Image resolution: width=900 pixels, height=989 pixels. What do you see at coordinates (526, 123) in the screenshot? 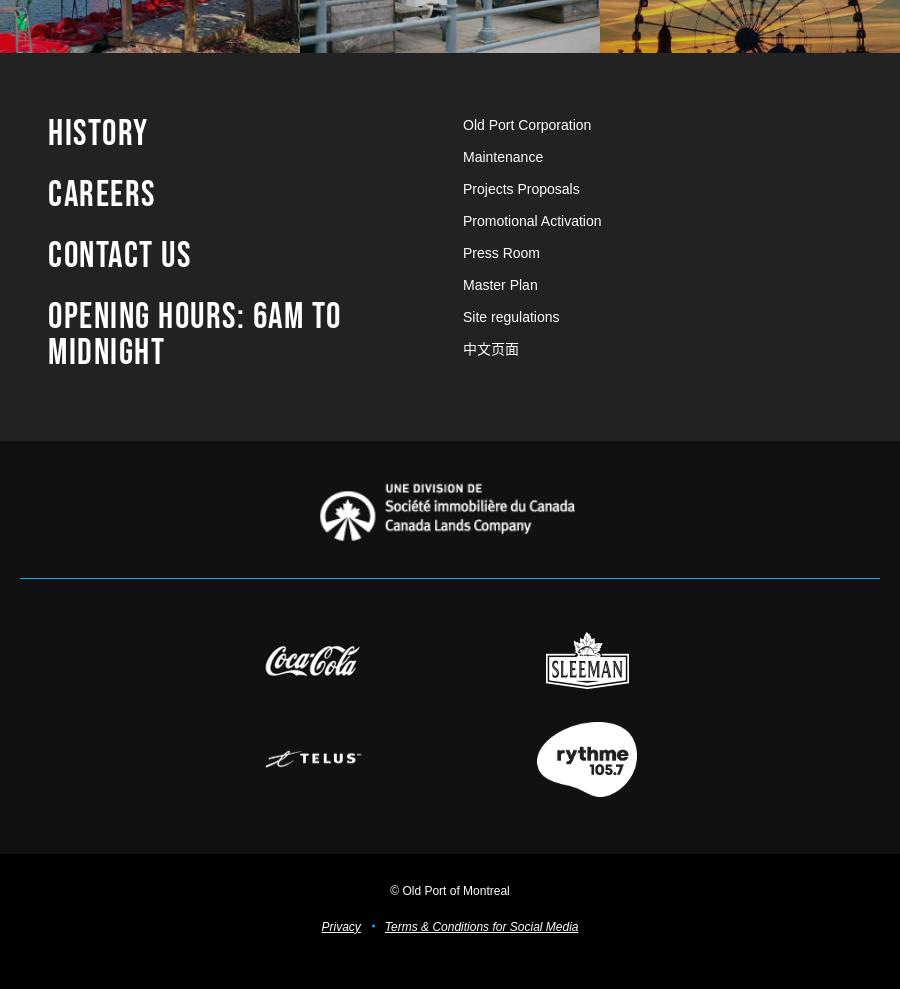
I see `'Old Port Corporation'` at bounding box center [526, 123].